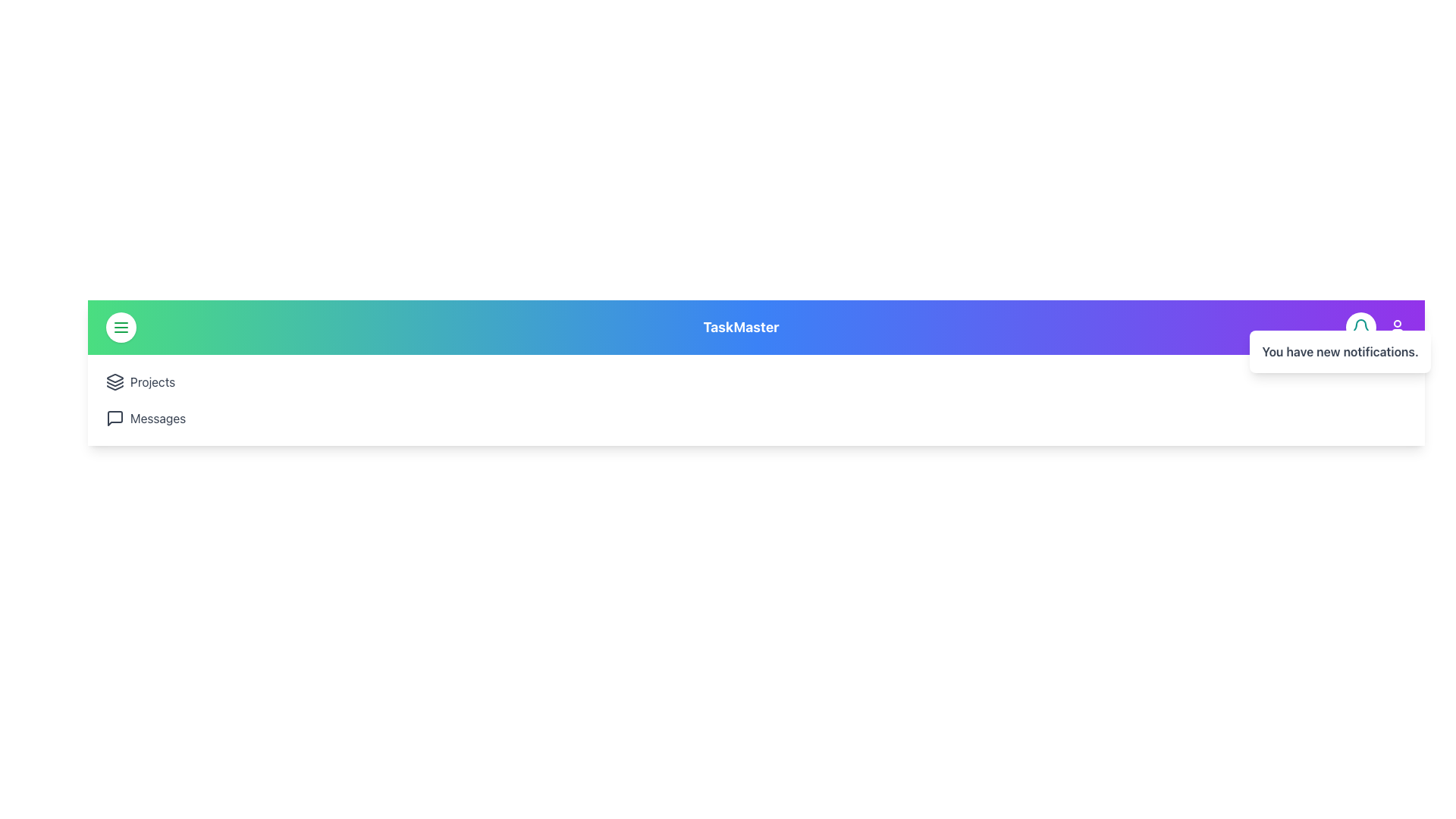  What do you see at coordinates (741, 327) in the screenshot?
I see `the bold text label displaying 'TaskMaster' with a large font size, styled with a white font color against a gradient blue background` at bounding box center [741, 327].